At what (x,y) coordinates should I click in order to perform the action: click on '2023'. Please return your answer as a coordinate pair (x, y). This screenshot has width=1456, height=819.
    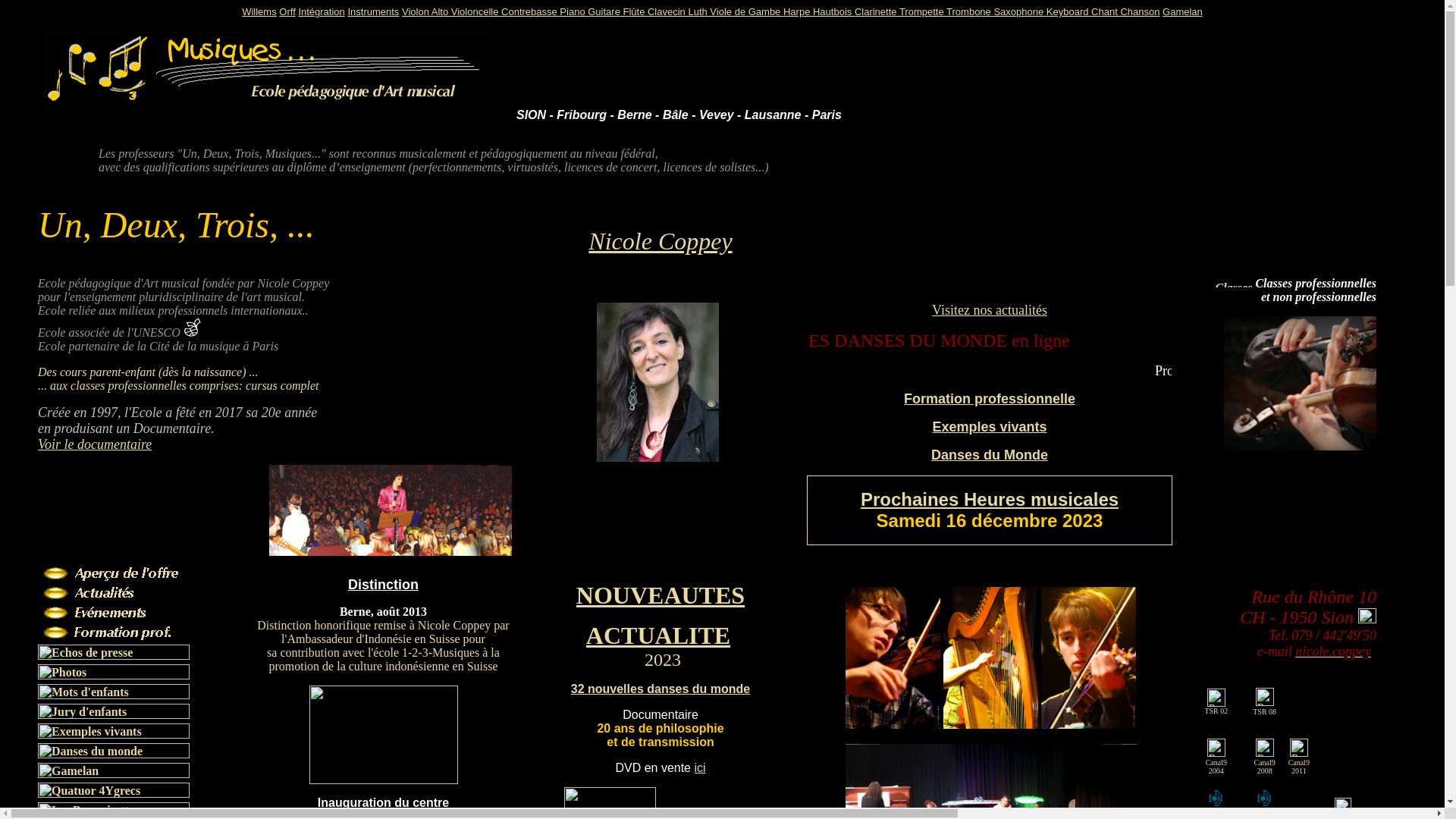
    Looking at the image, I should click on (644, 661).